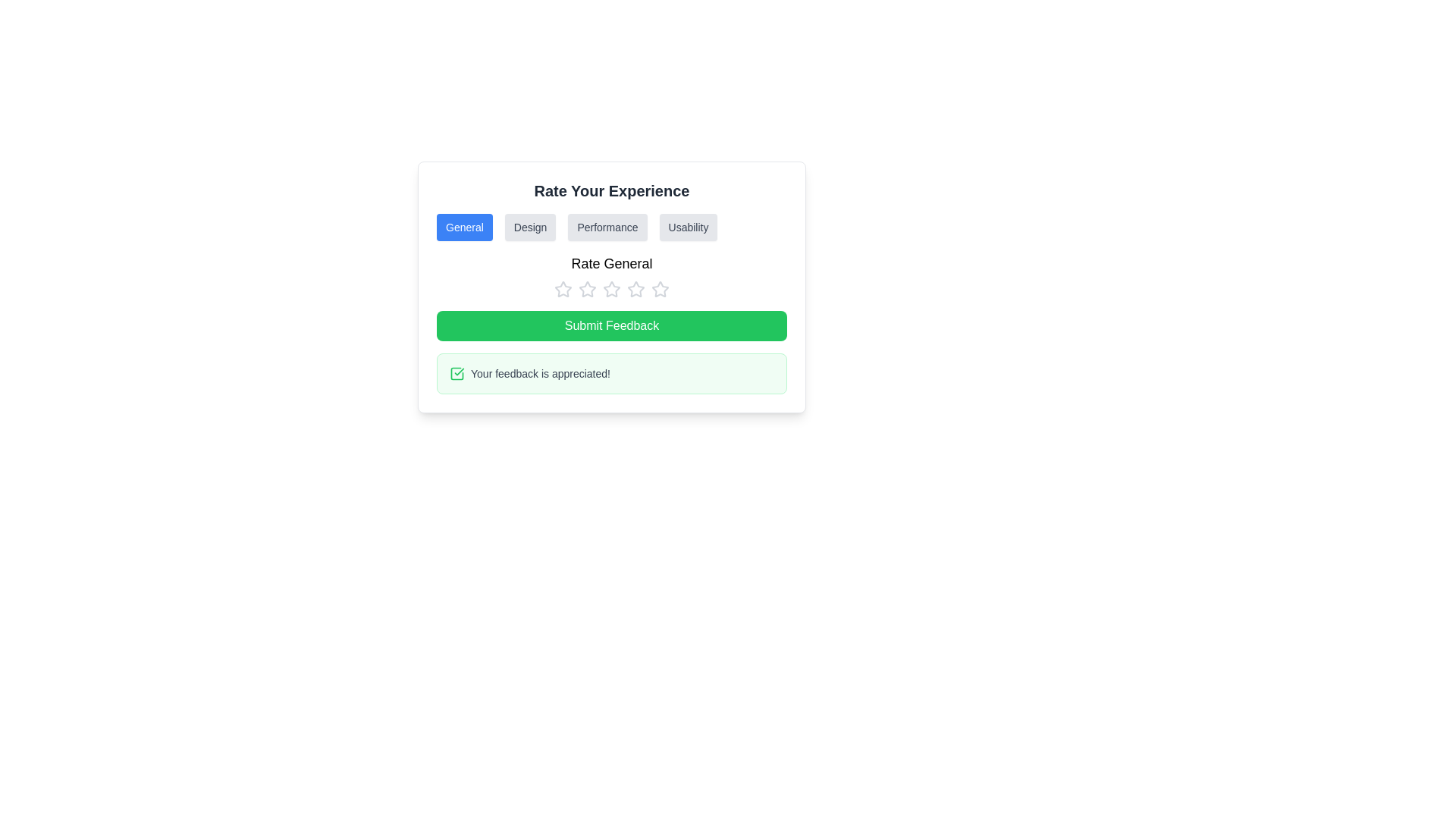  I want to click on the submit button located at the lower part of the card layout, directly below the star rating section, so click(611, 325).